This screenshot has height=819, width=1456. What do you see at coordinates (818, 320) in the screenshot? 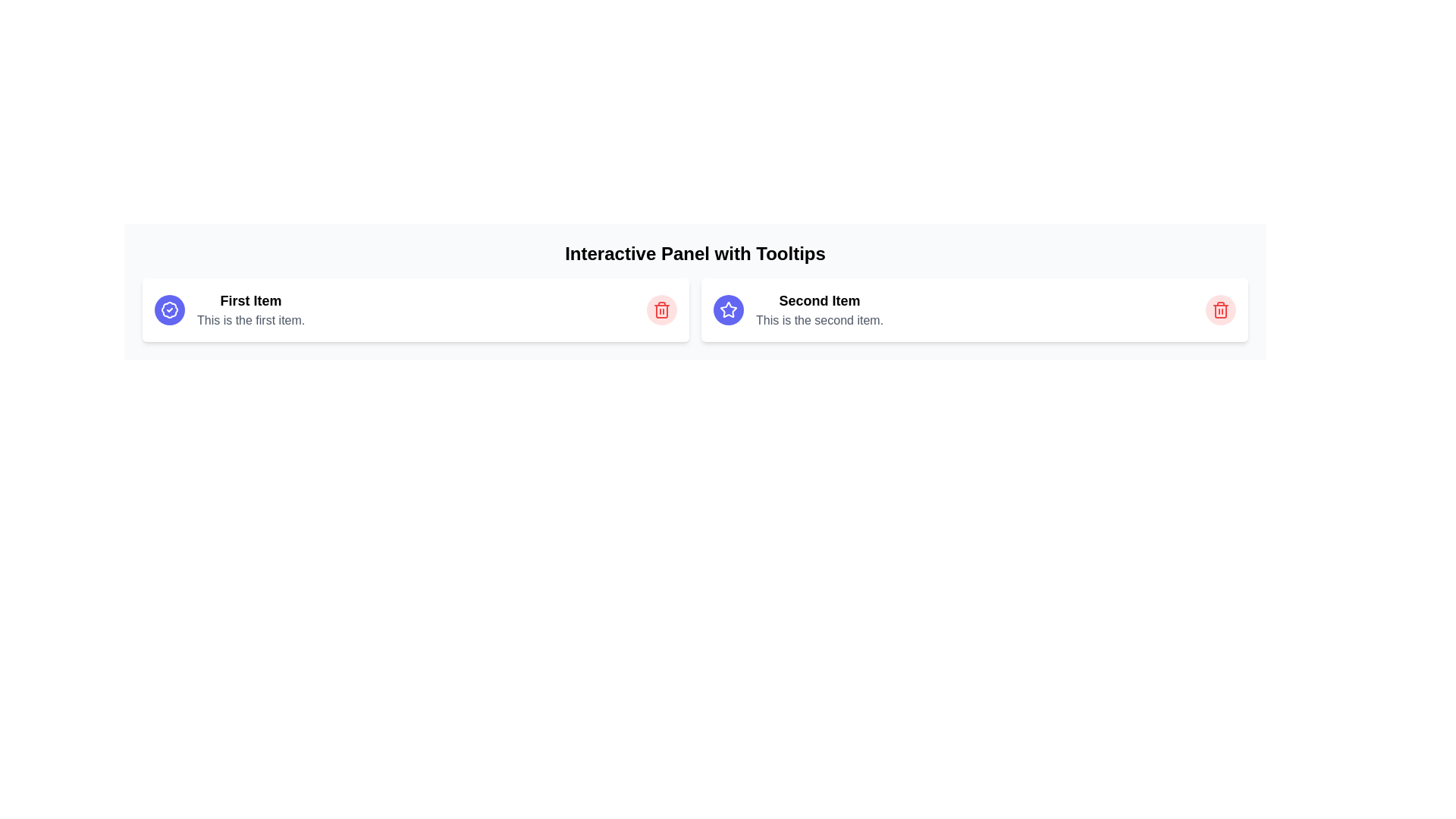
I see `the Text Label that reads 'This is the second item.' located below the 'Second Item' header in the second card from the left` at bounding box center [818, 320].